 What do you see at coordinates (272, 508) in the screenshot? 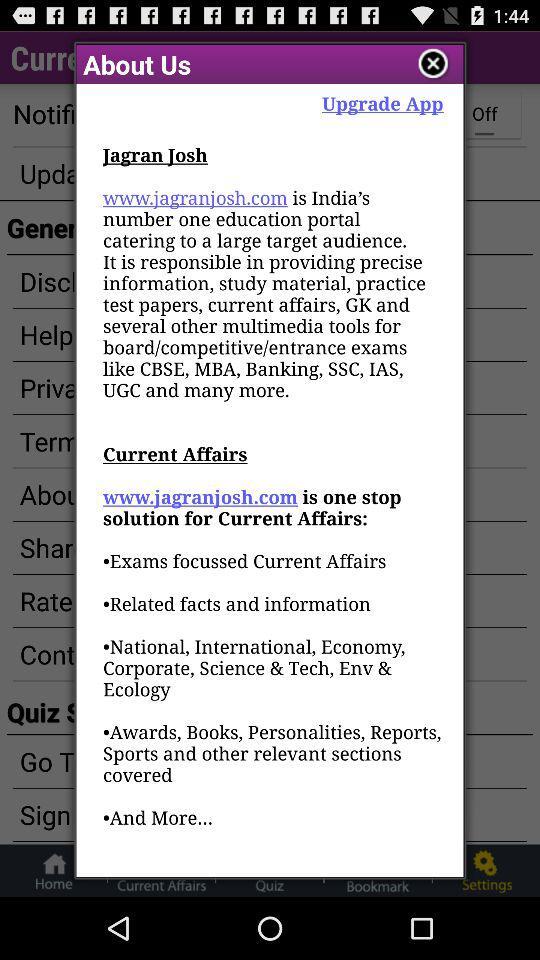
I see `the item below upgrade app item` at bounding box center [272, 508].